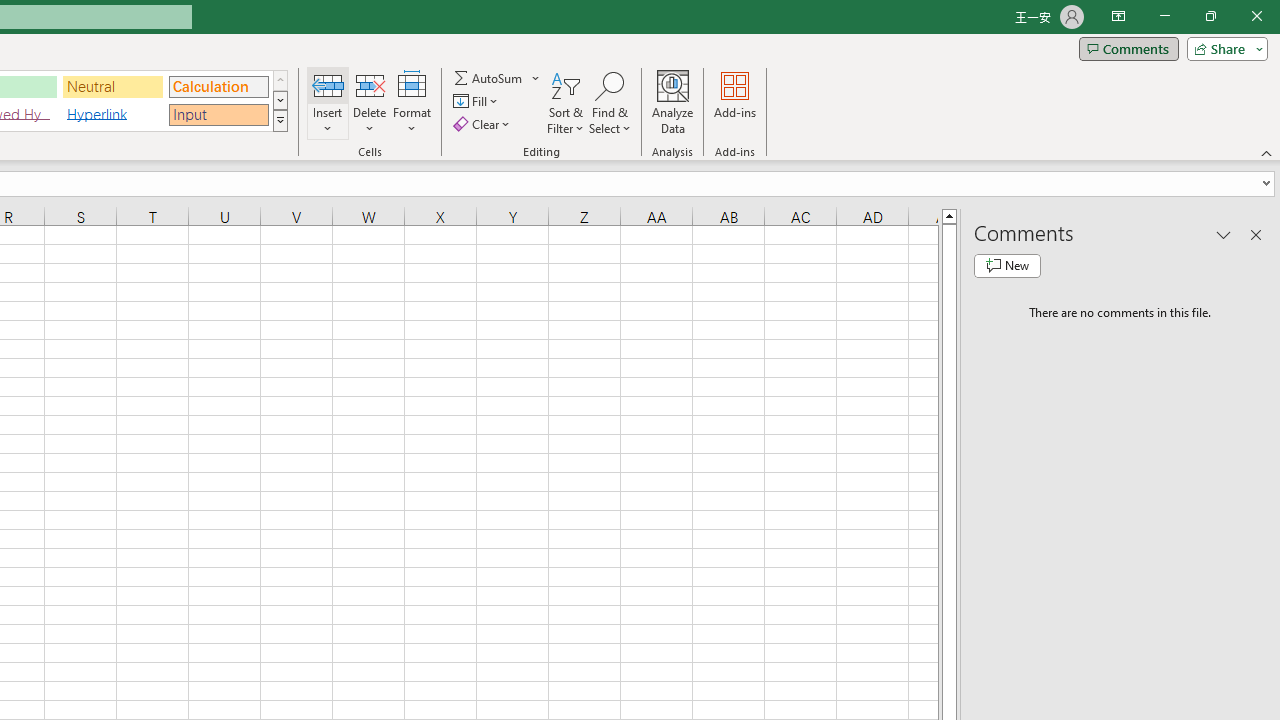 This screenshot has width=1280, height=720. Describe the element at coordinates (279, 79) in the screenshot. I see `'Row up'` at that location.